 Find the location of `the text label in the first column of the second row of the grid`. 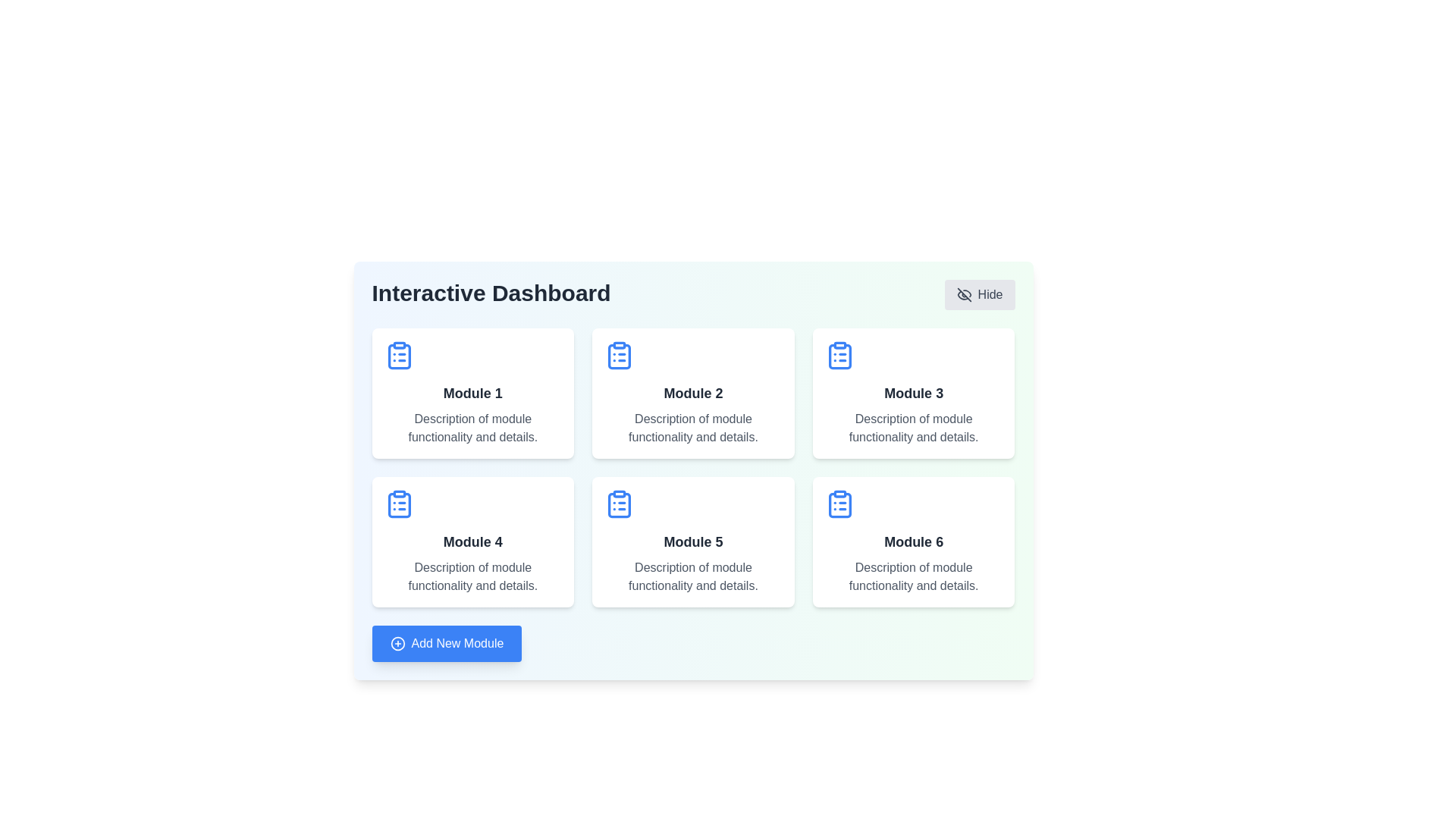

the text label in the first column of the second row of the grid is located at coordinates (472, 541).